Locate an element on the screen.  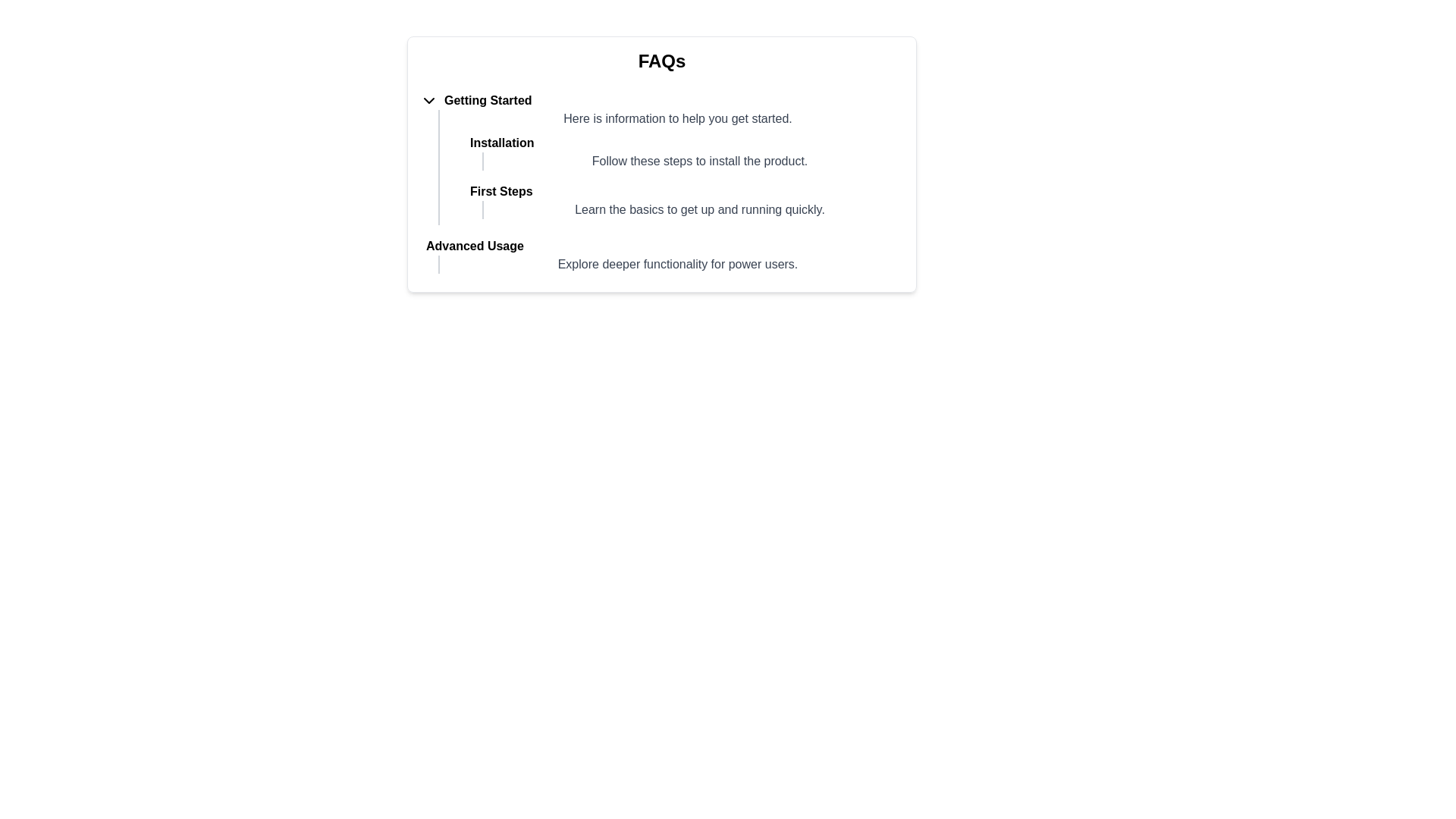
the text block titled 'Advanced Usage' that describes deeper functionality for power users is located at coordinates (662, 254).